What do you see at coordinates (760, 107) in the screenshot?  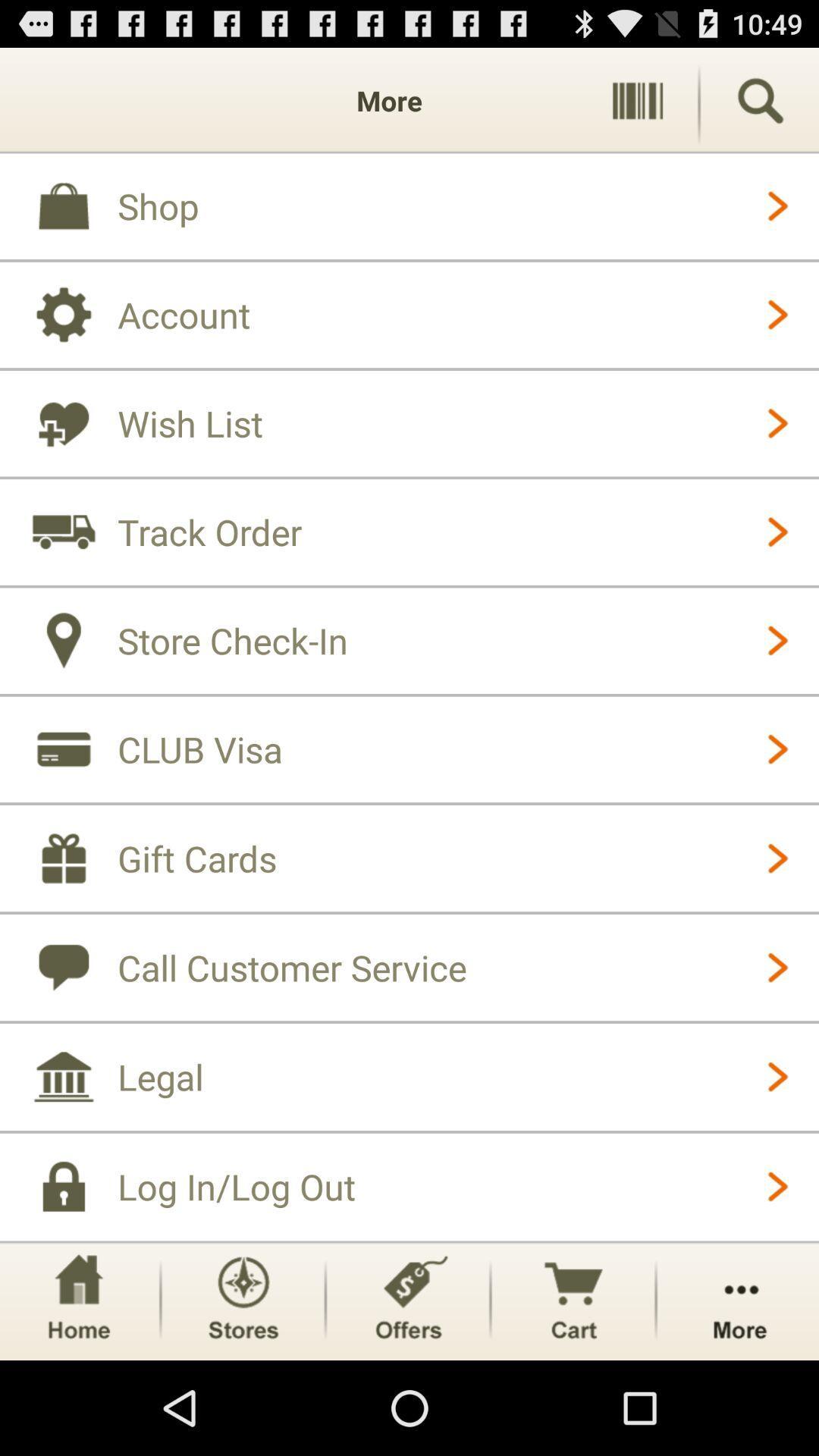 I see `the search icon` at bounding box center [760, 107].